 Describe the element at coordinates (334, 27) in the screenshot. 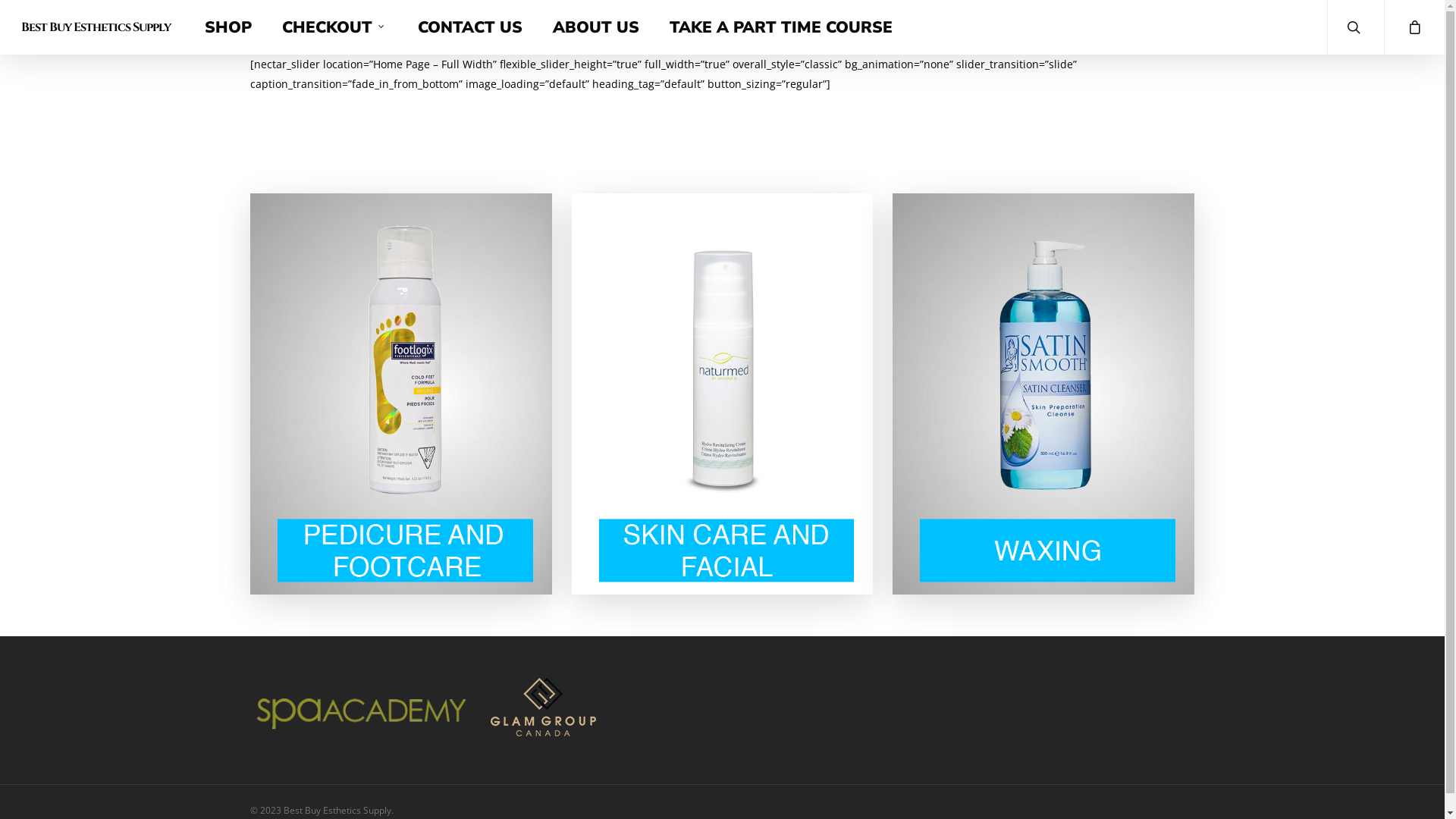

I see `'CHECKOUT'` at that location.